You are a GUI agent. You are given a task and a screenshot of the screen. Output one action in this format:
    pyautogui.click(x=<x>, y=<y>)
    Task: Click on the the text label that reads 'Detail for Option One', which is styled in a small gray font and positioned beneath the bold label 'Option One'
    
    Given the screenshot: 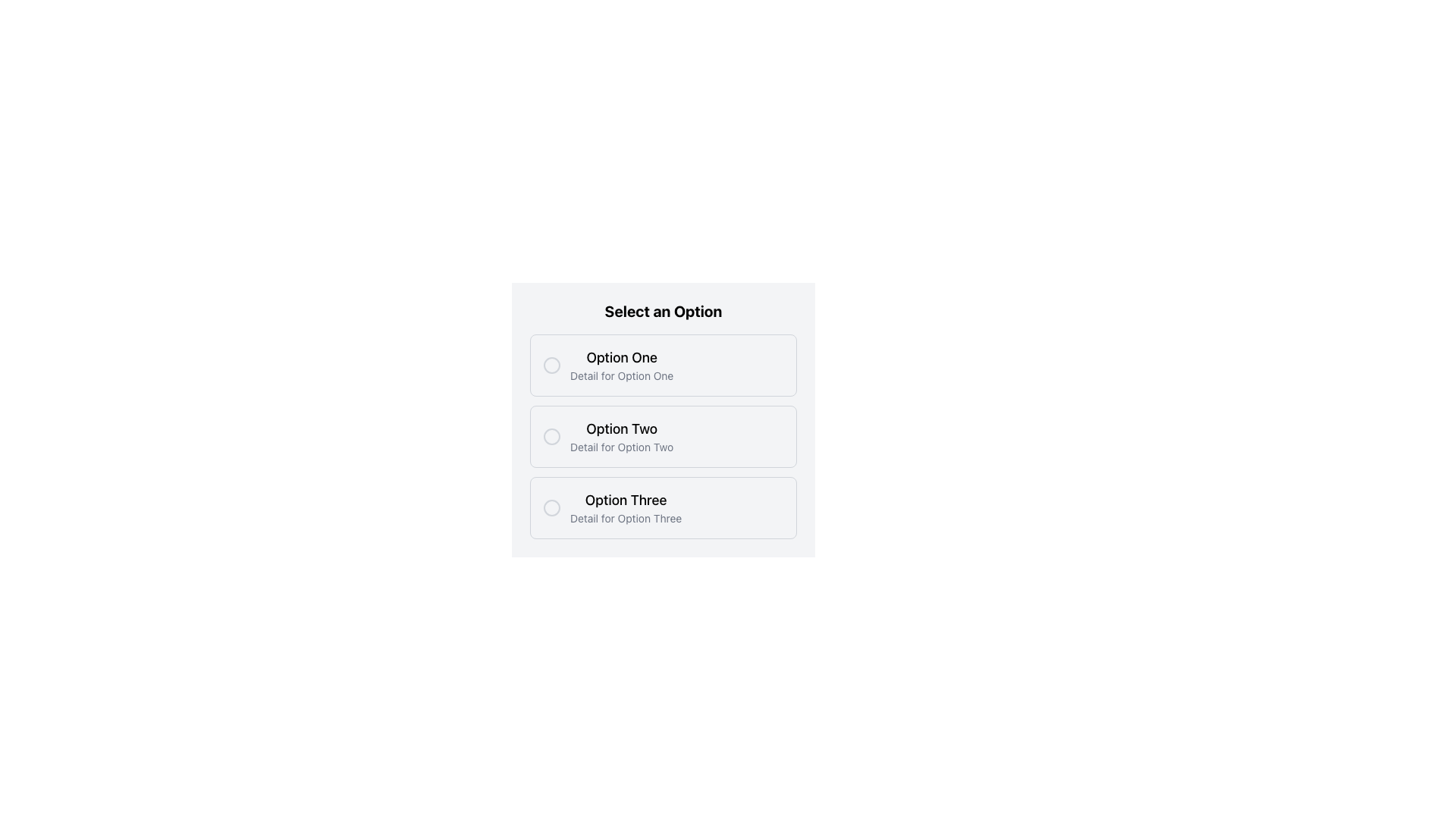 What is the action you would take?
    pyautogui.click(x=622, y=375)
    